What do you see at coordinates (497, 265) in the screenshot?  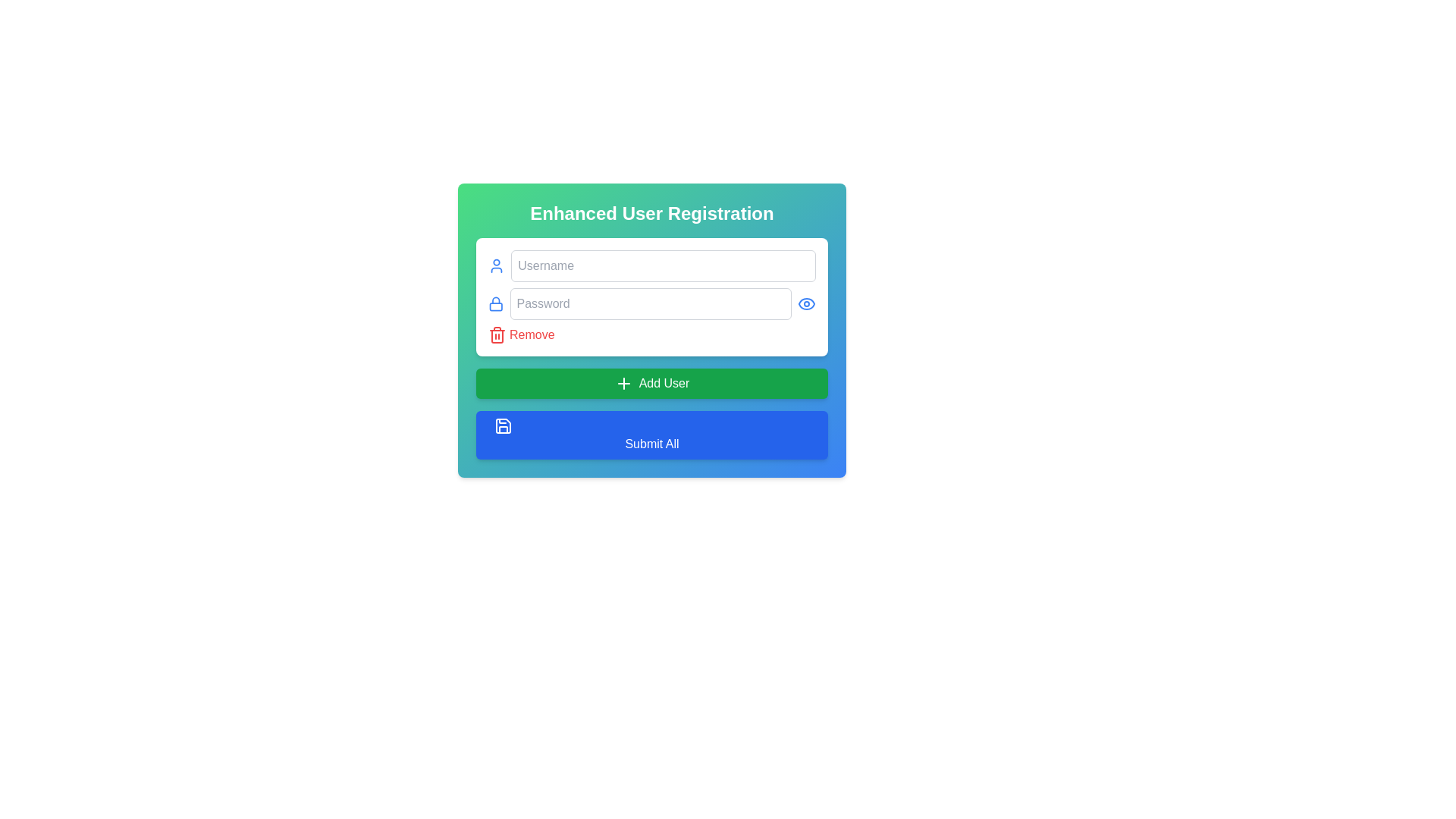 I see `the user account profile icon located at the left end of the horizontal arrangement, next to the username input field` at bounding box center [497, 265].